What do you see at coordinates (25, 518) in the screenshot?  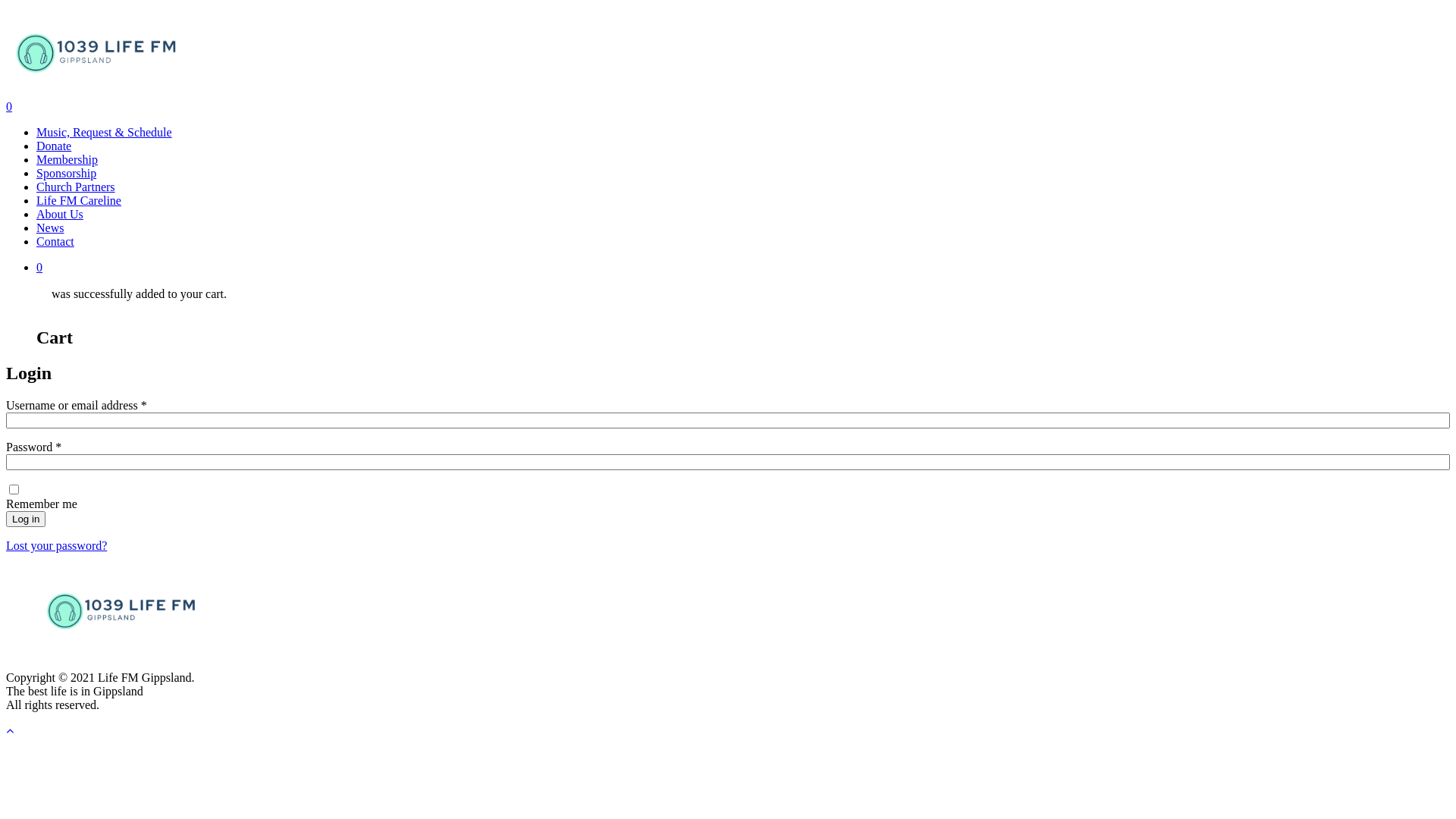 I see `'Log in'` at bounding box center [25, 518].